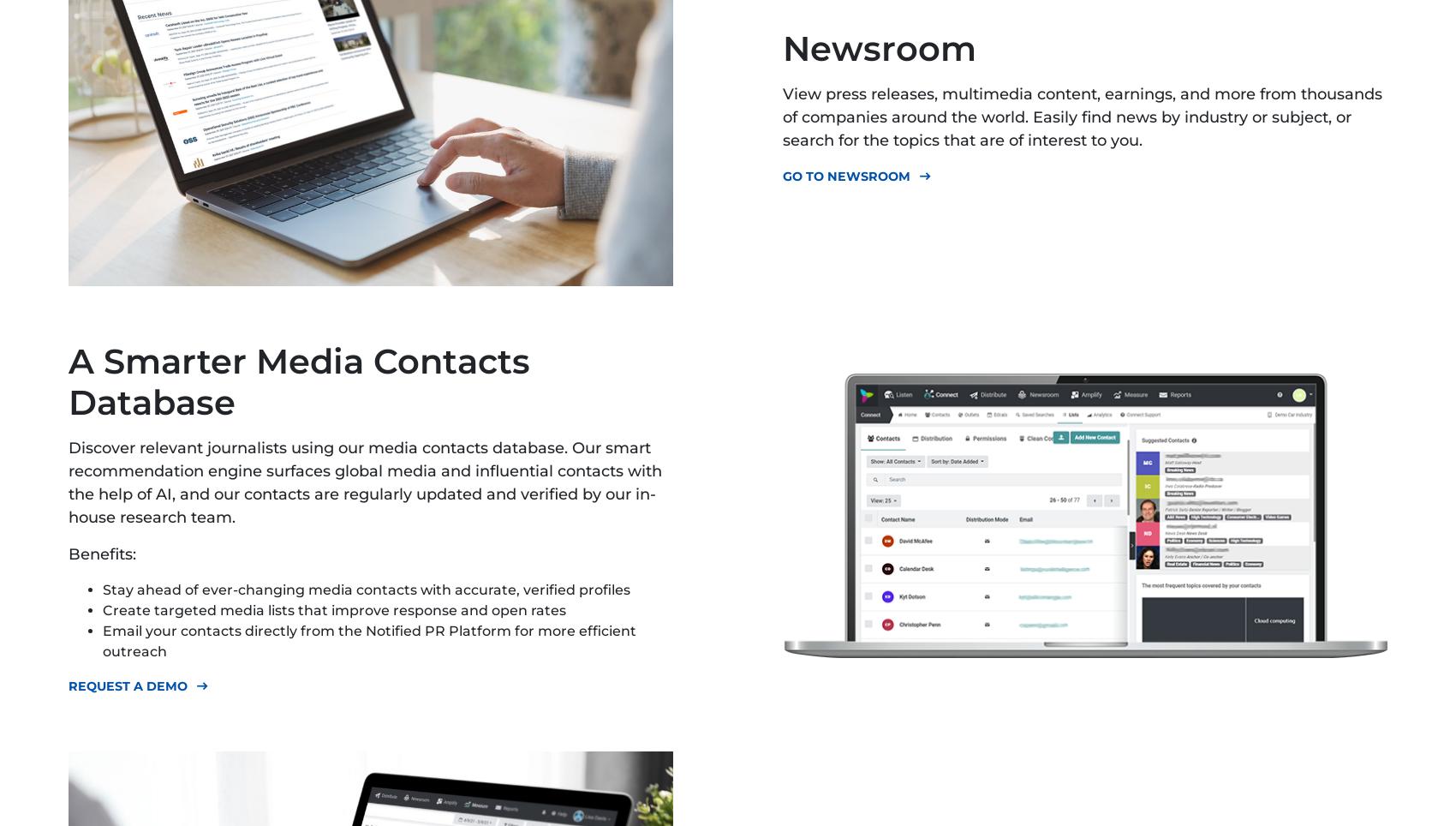 The image size is (1456, 826). Describe the element at coordinates (367, 589) in the screenshot. I see `'Stay ahead of ever-changing media contacts with accurate, verified profiles'` at that location.